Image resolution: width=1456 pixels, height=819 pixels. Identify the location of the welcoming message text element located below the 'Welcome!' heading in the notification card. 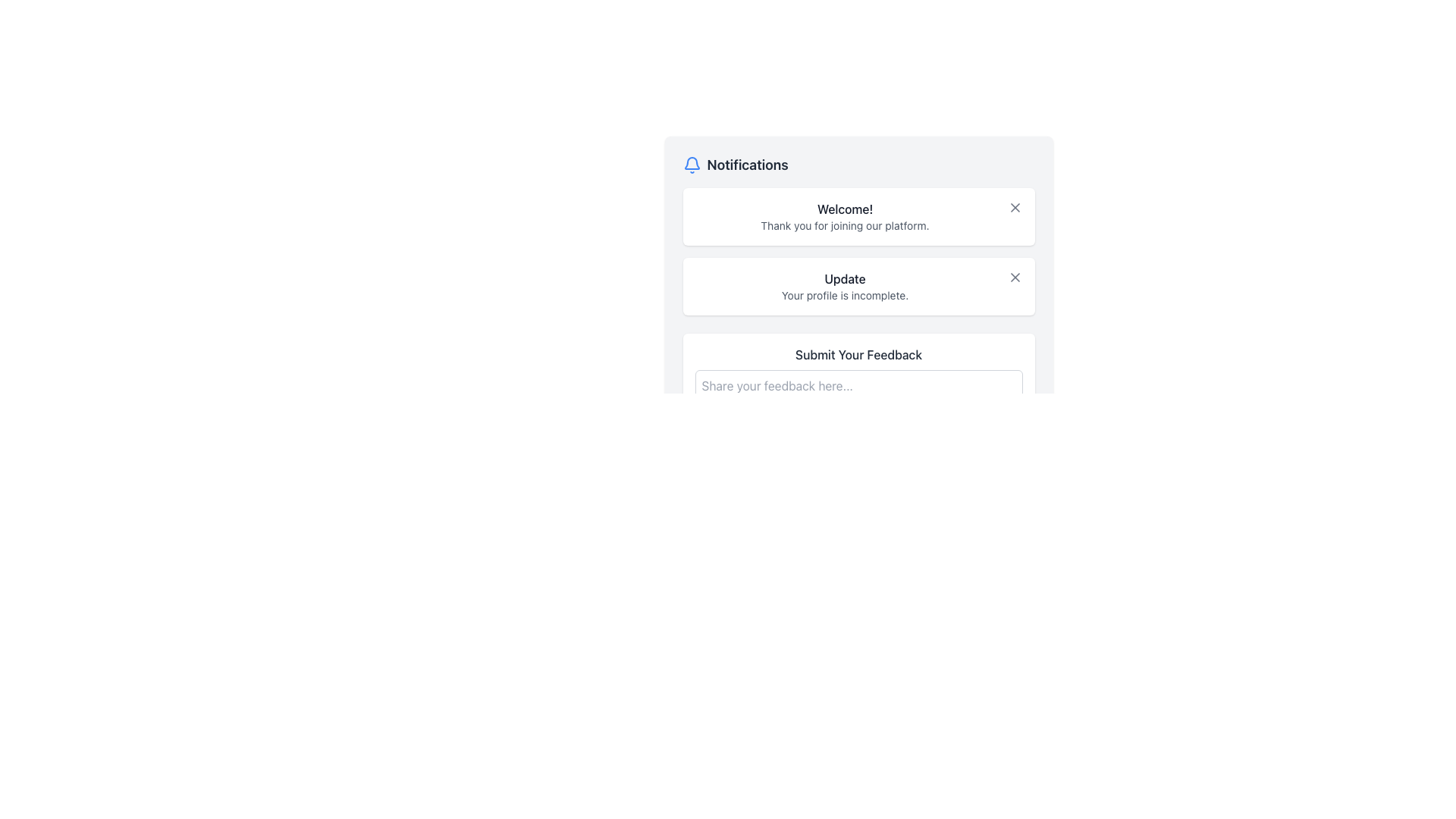
(844, 225).